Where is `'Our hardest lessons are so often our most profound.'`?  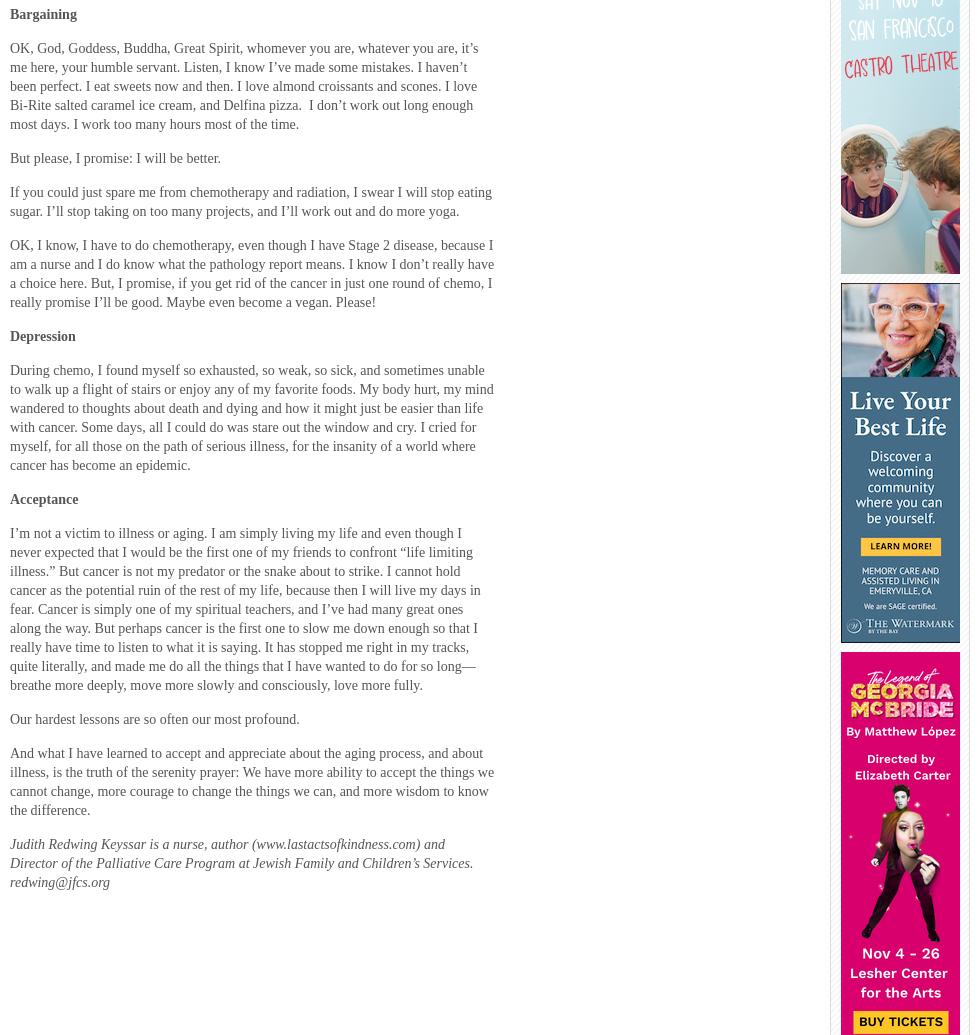
'Our hardest lessons are so often our most profound.' is located at coordinates (154, 717).